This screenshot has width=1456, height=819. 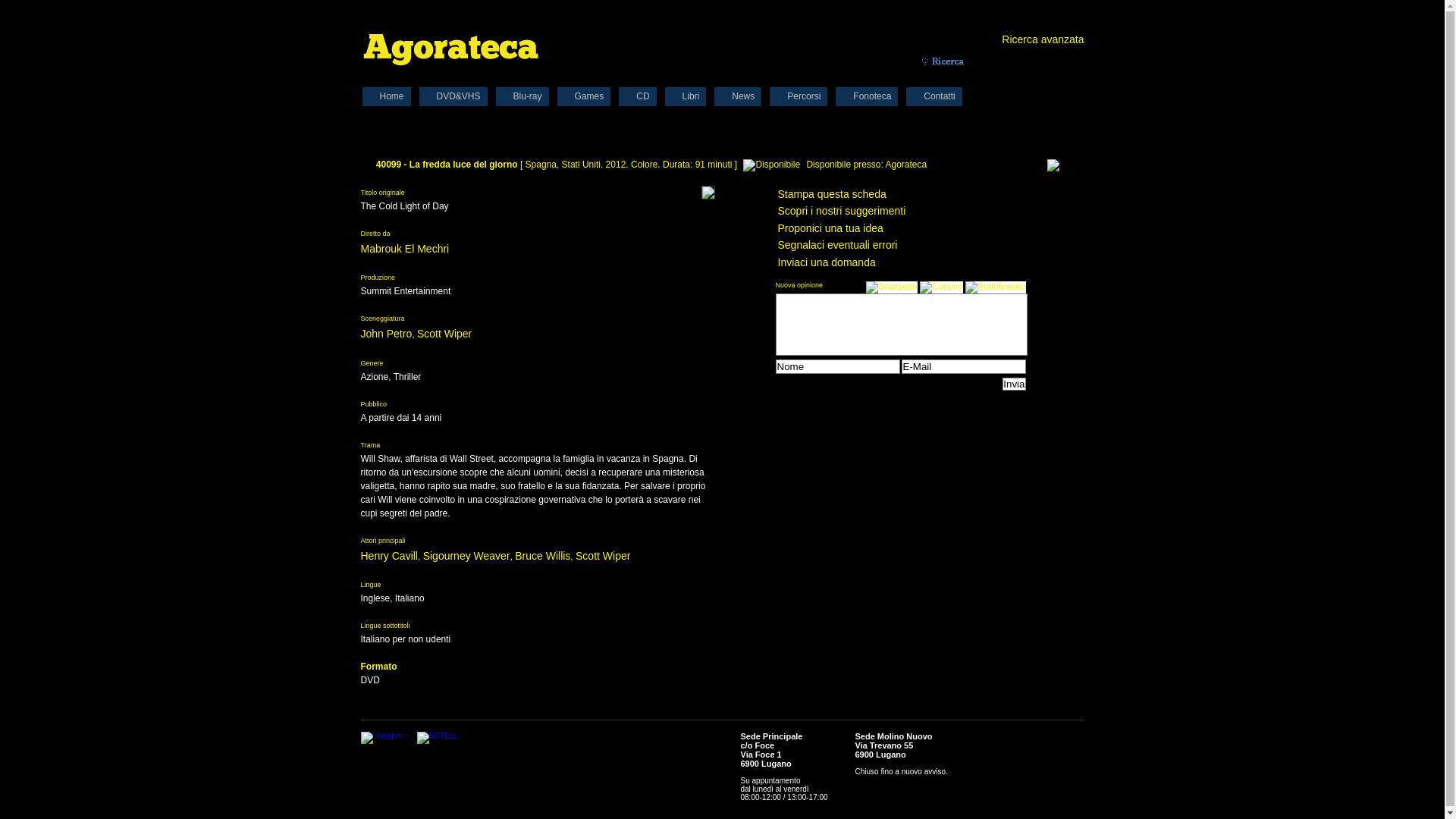 I want to click on 'Invia', so click(x=1014, y=383).